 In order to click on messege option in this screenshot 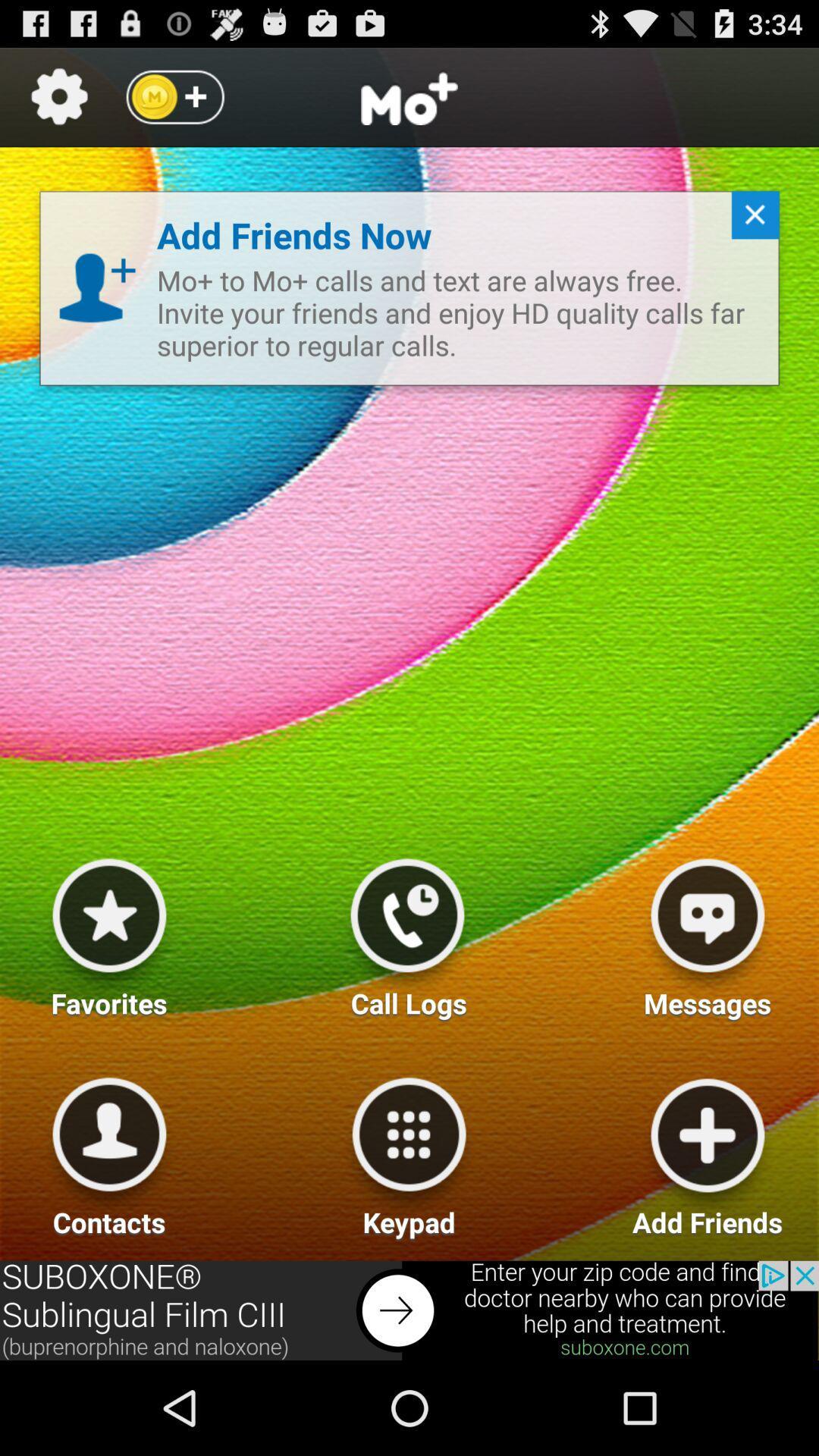, I will do `click(708, 931)`.